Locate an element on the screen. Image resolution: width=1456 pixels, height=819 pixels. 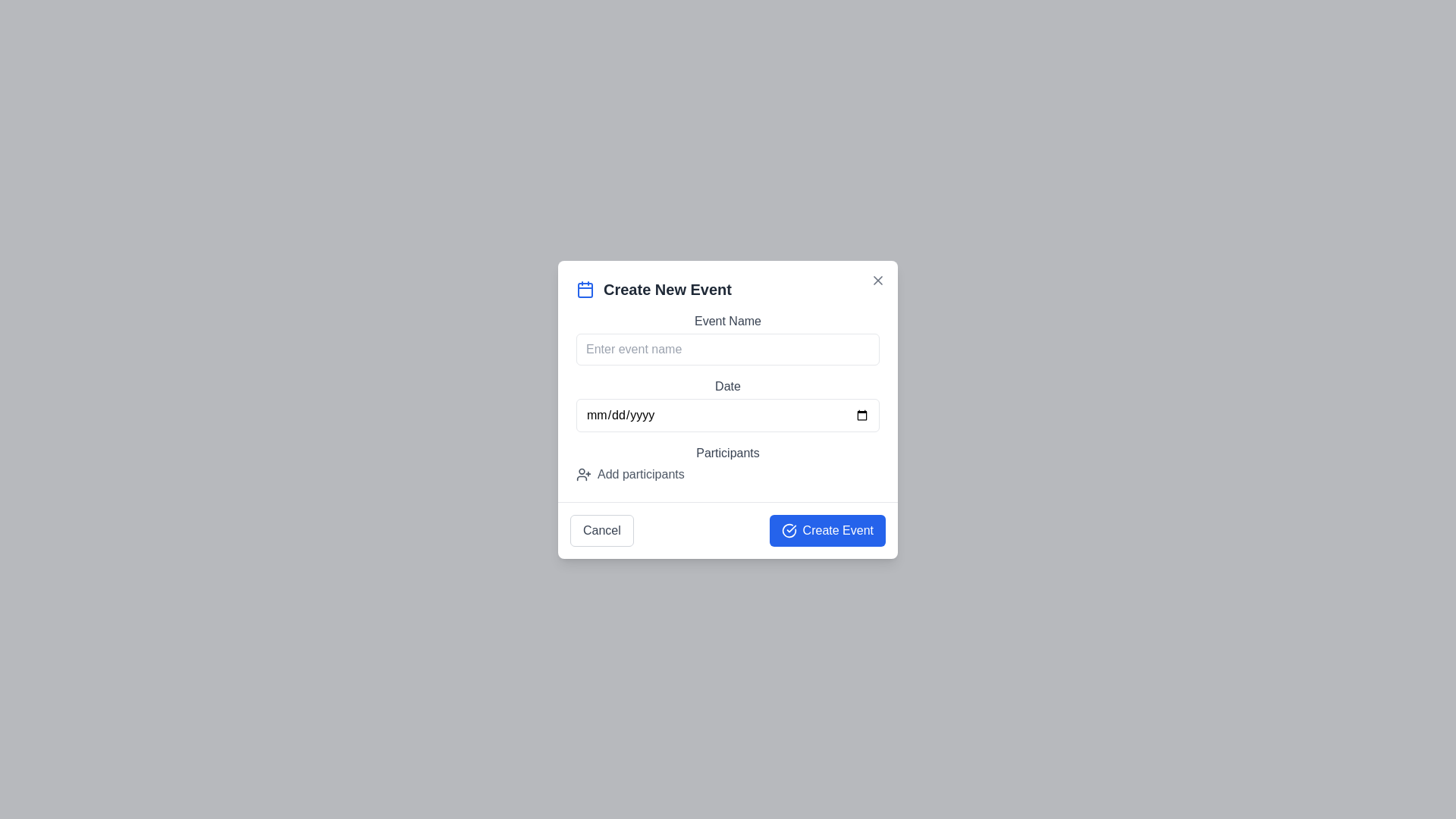
the icon representing adding a user, which features a circular head and a plus sign, located in the 'Add participants' section to the left of the 'Add participants' text is located at coordinates (582, 472).